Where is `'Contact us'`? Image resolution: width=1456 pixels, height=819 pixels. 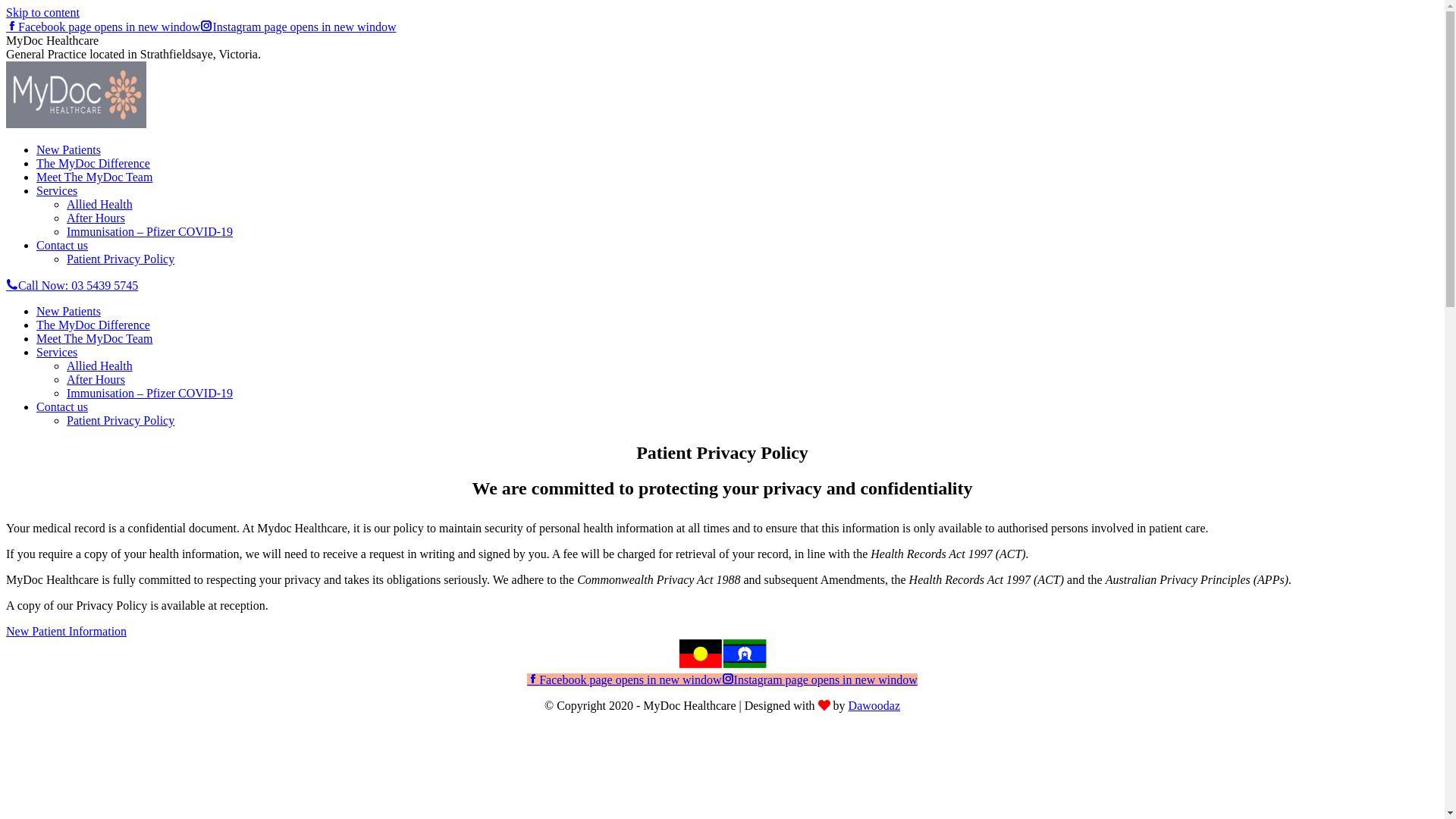
'Contact us' is located at coordinates (61, 244).